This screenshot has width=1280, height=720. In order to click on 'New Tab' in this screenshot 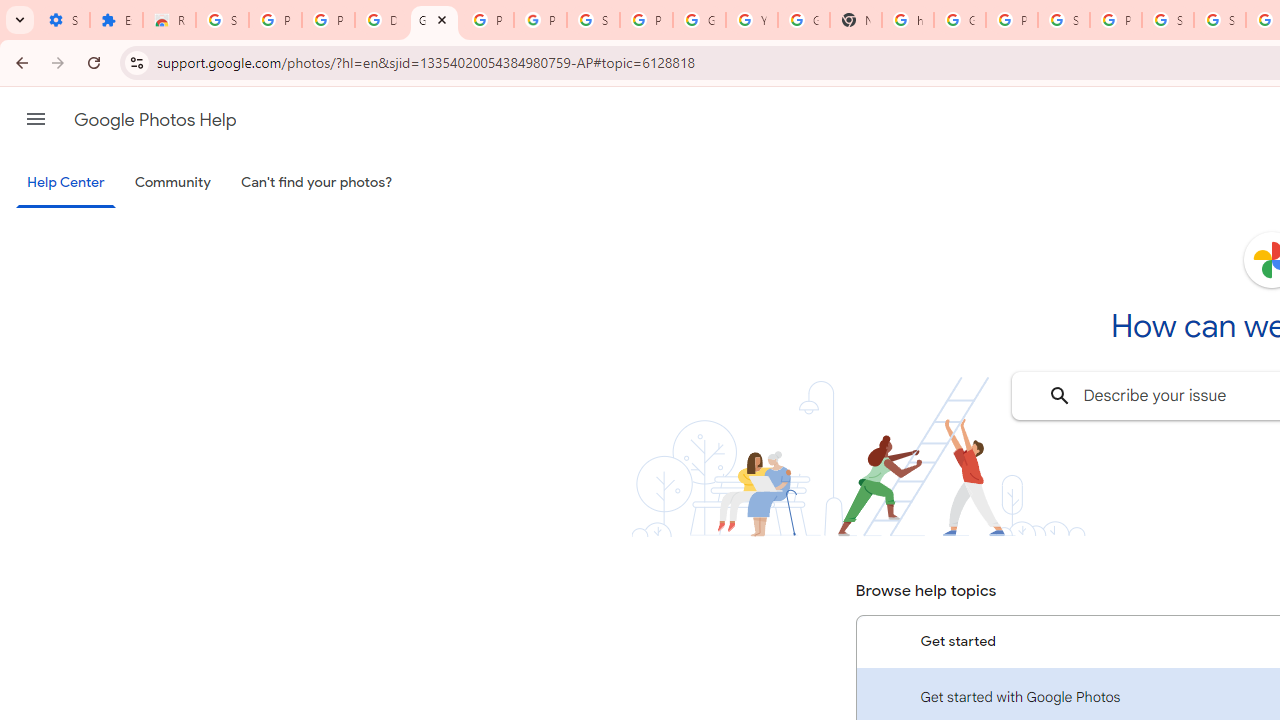, I will do `click(855, 20)`.